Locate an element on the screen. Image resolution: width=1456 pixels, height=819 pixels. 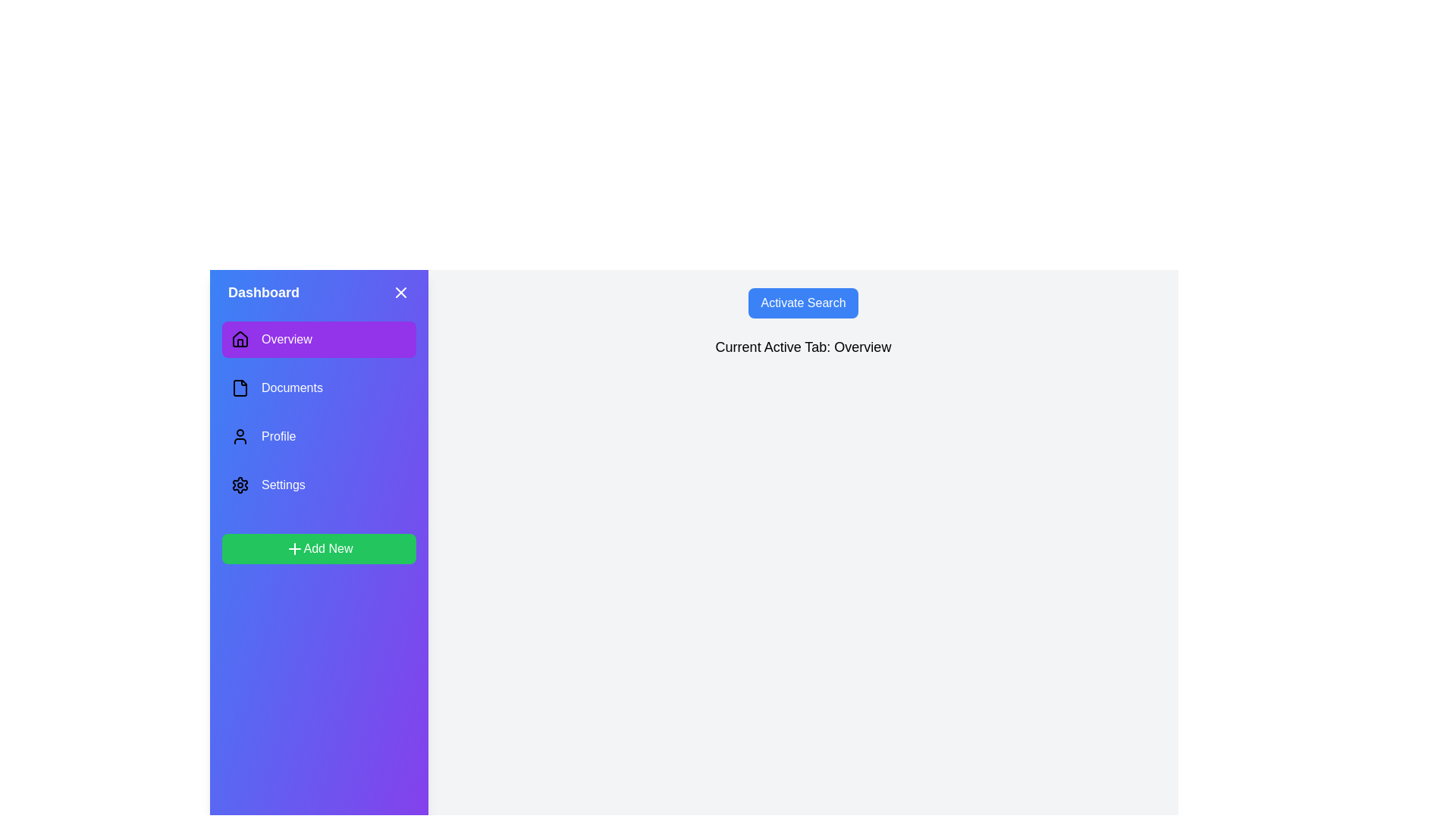
the 'Settings' text label located in the vertical navigation menu on the left side, positioned between 'Profile' and 'Add New' is located at coordinates (283, 485).